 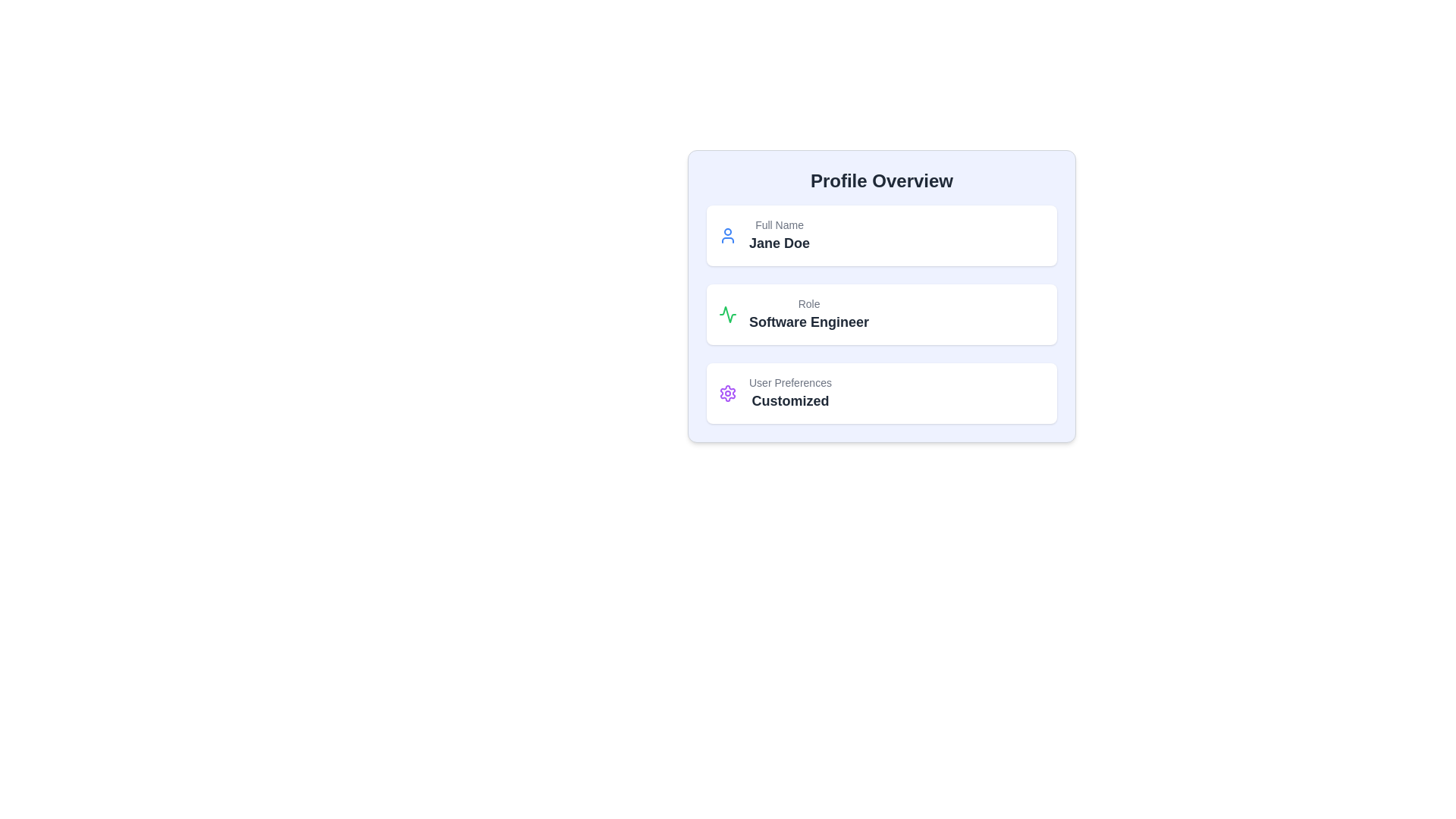 I want to click on text label indicating the current user preference settings located in the second row of the 'User Preferences' card within the 'Profile Overview' section, so click(x=789, y=400).